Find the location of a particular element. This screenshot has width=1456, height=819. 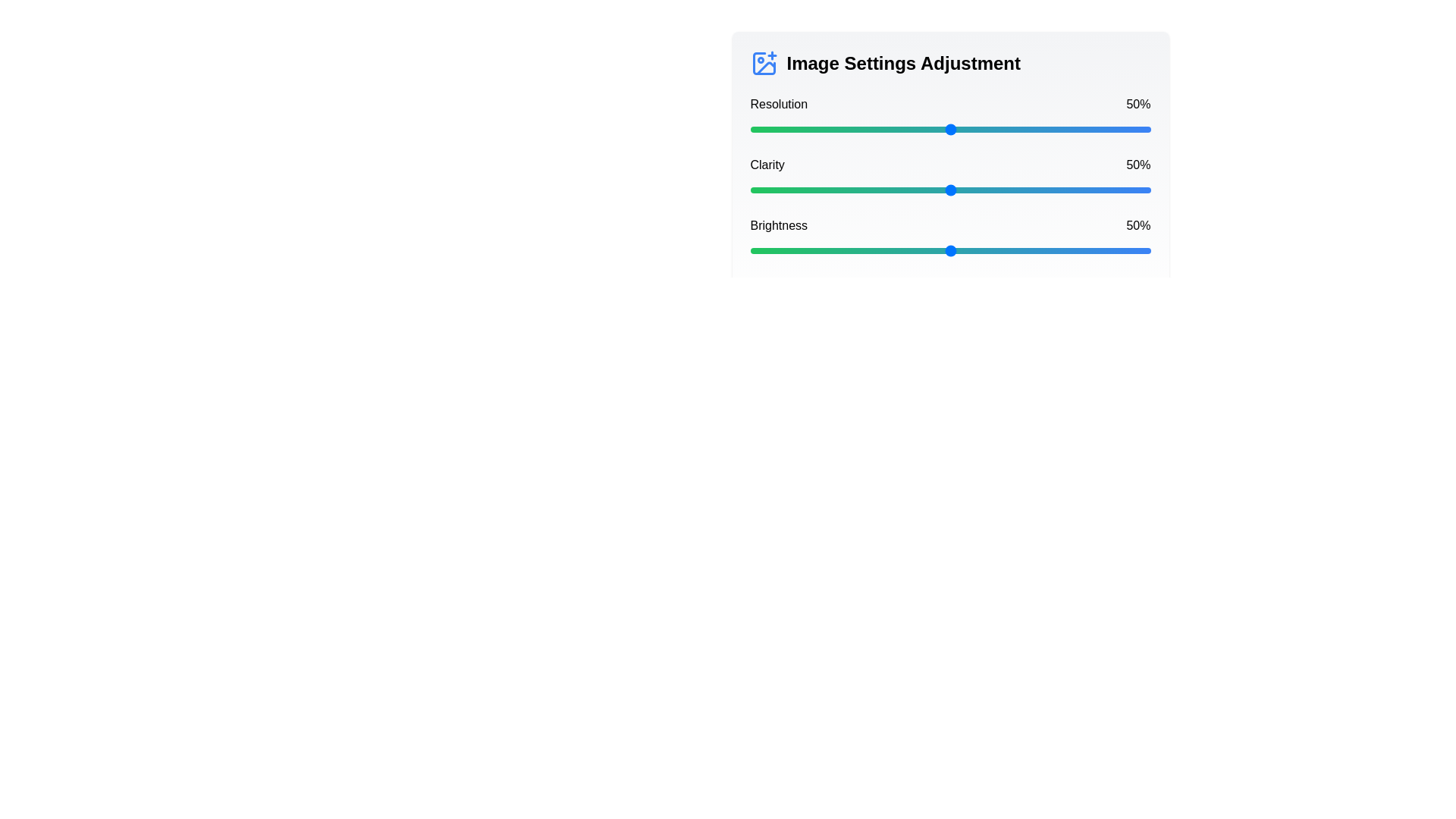

the 'Apply Changes' button to confirm the settings is located at coordinates (1090, 292).